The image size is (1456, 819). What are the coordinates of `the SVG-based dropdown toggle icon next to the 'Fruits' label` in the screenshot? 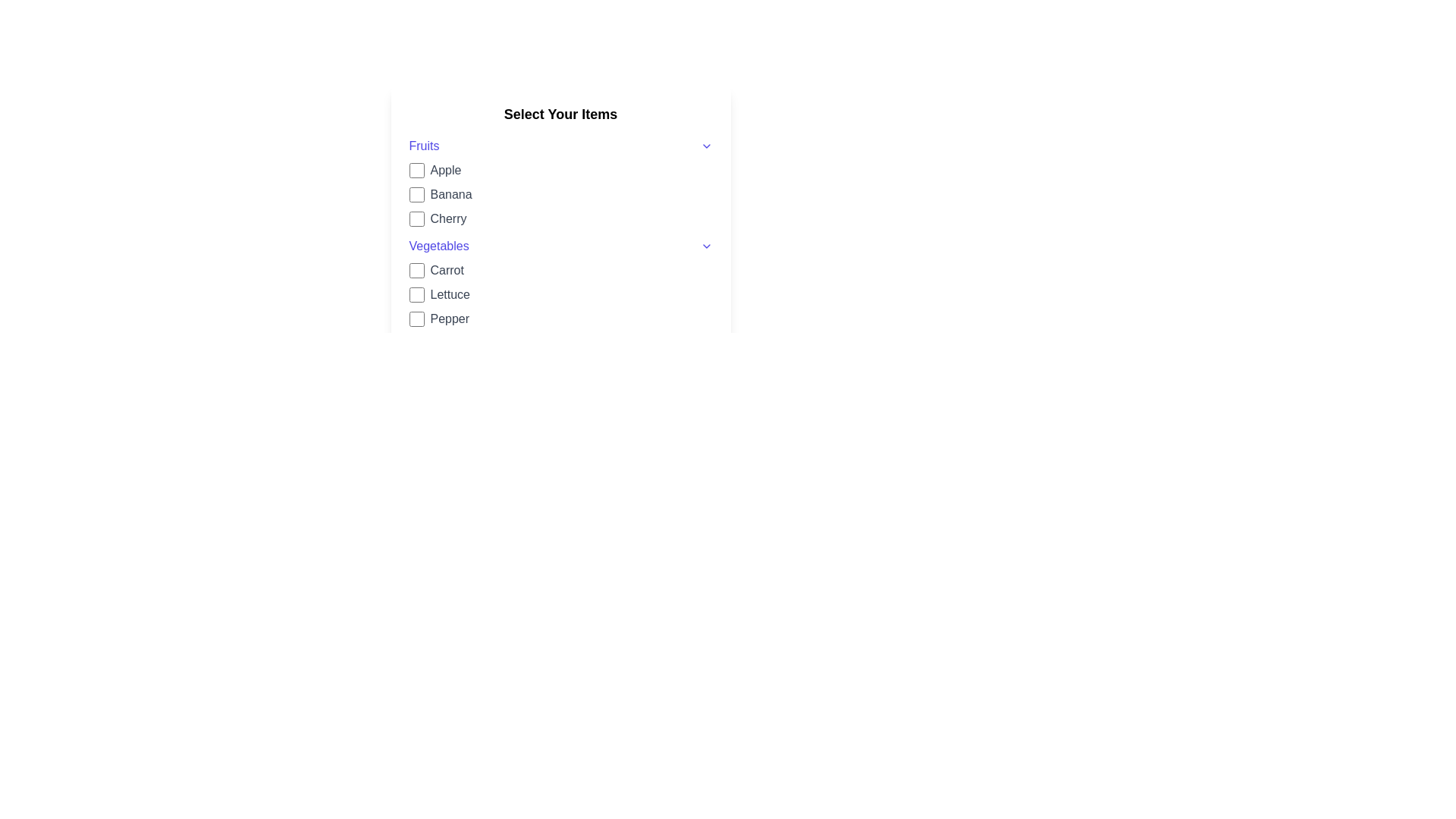 It's located at (705, 146).